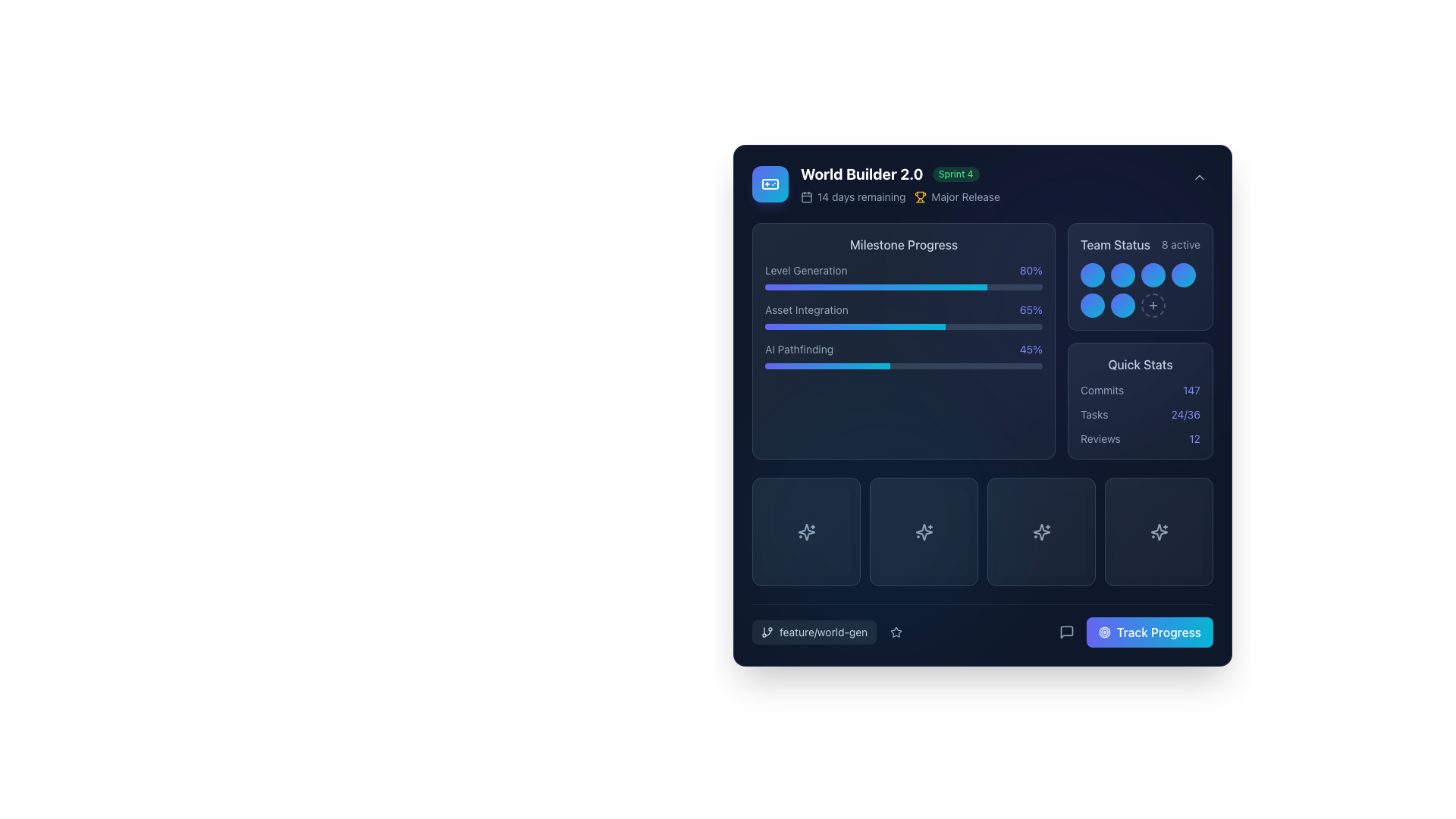  Describe the element at coordinates (853, 196) in the screenshot. I see `the textual label '14 days remaining' which is paired with a calendar icon, located on the left side of the horizontal group in the interface header` at that location.